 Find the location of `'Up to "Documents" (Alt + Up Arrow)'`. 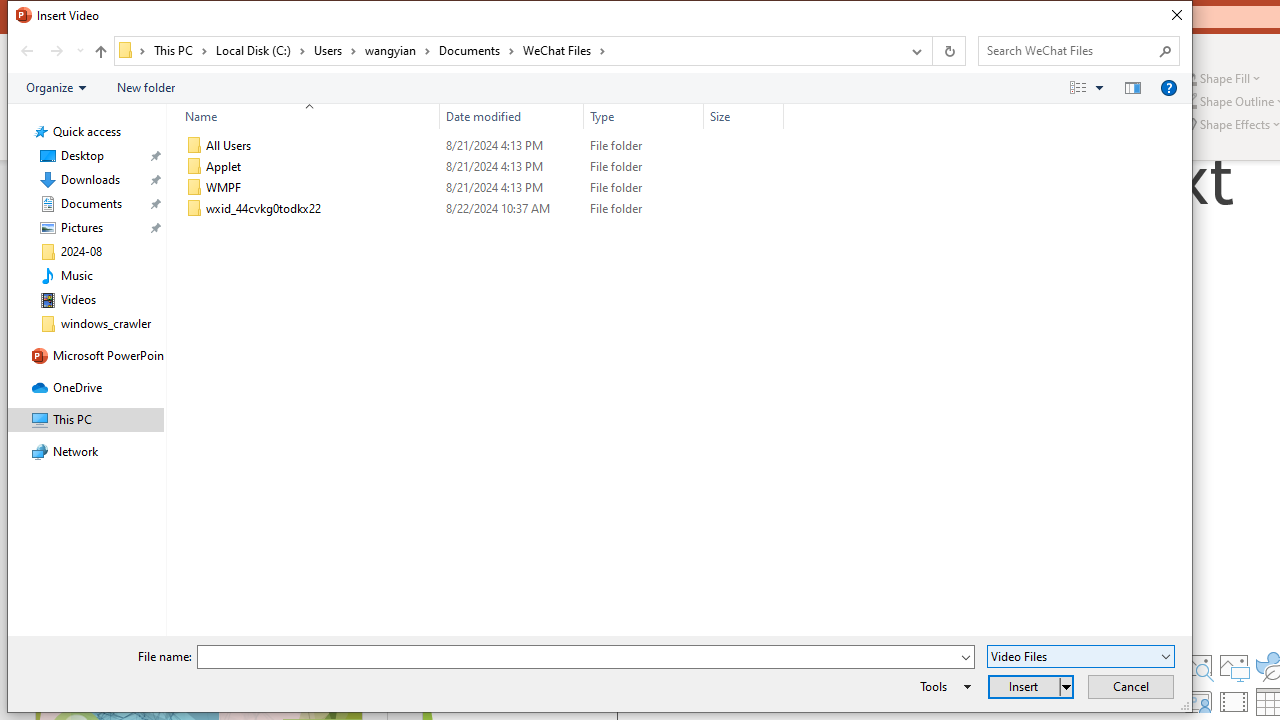

'Up to "Documents" (Alt + Up Arrow)' is located at coordinates (100, 51).